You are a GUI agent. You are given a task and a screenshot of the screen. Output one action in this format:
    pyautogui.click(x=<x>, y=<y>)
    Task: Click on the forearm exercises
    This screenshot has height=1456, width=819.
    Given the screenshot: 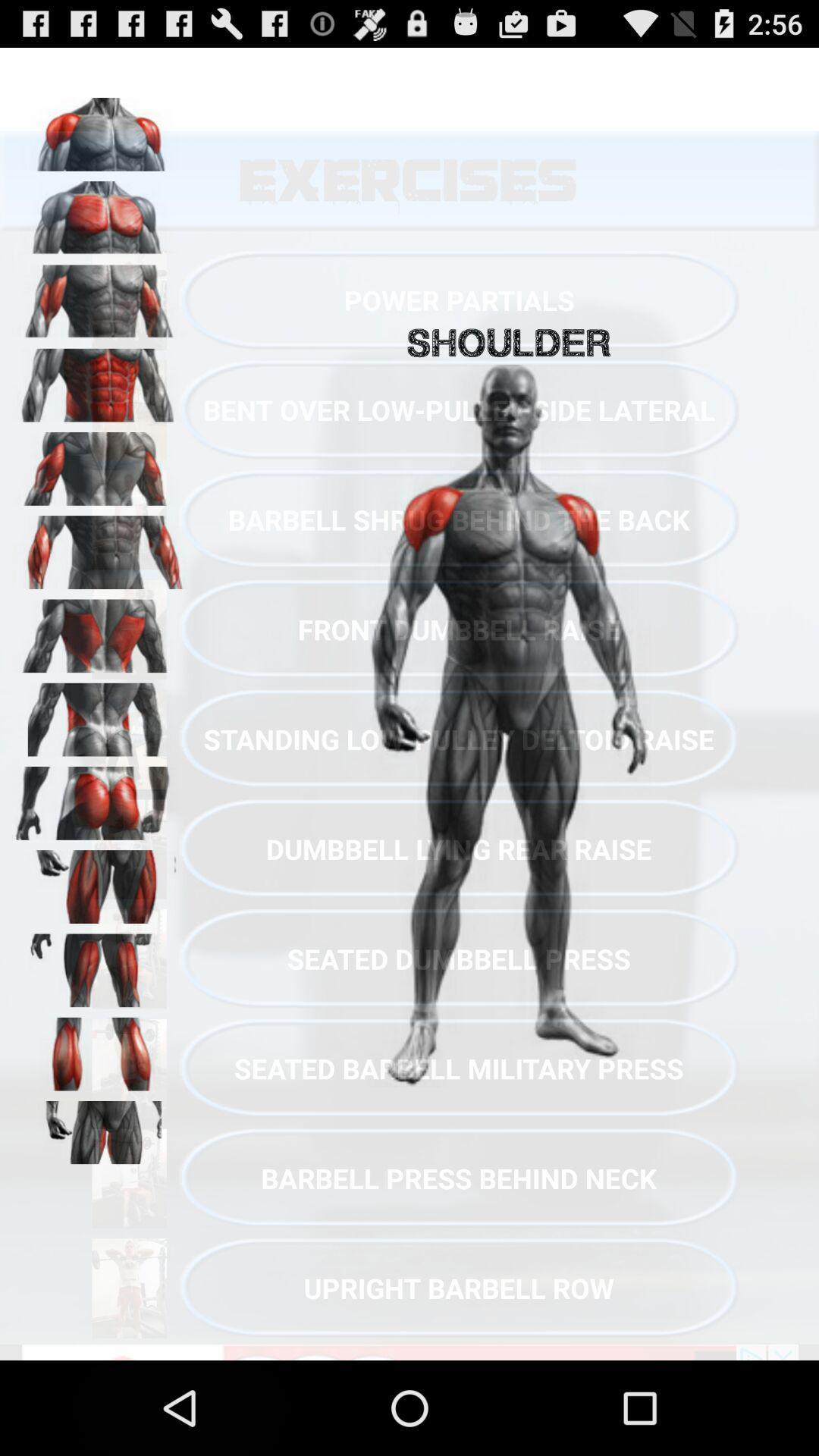 What is the action you would take?
    pyautogui.click(x=99, y=546)
    